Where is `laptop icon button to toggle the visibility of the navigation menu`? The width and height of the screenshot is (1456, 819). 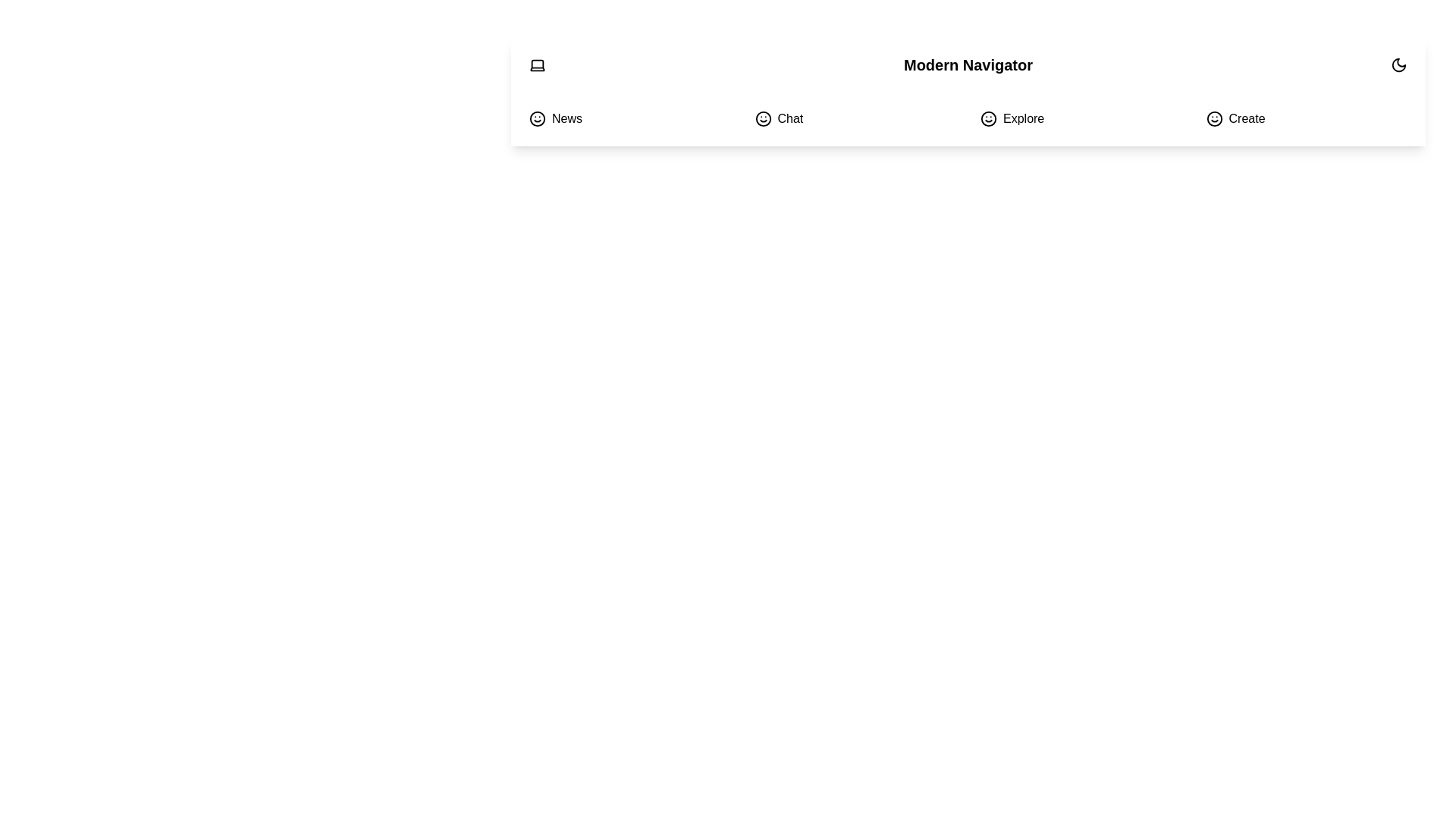 laptop icon button to toggle the visibility of the navigation menu is located at coordinates (538, 64).